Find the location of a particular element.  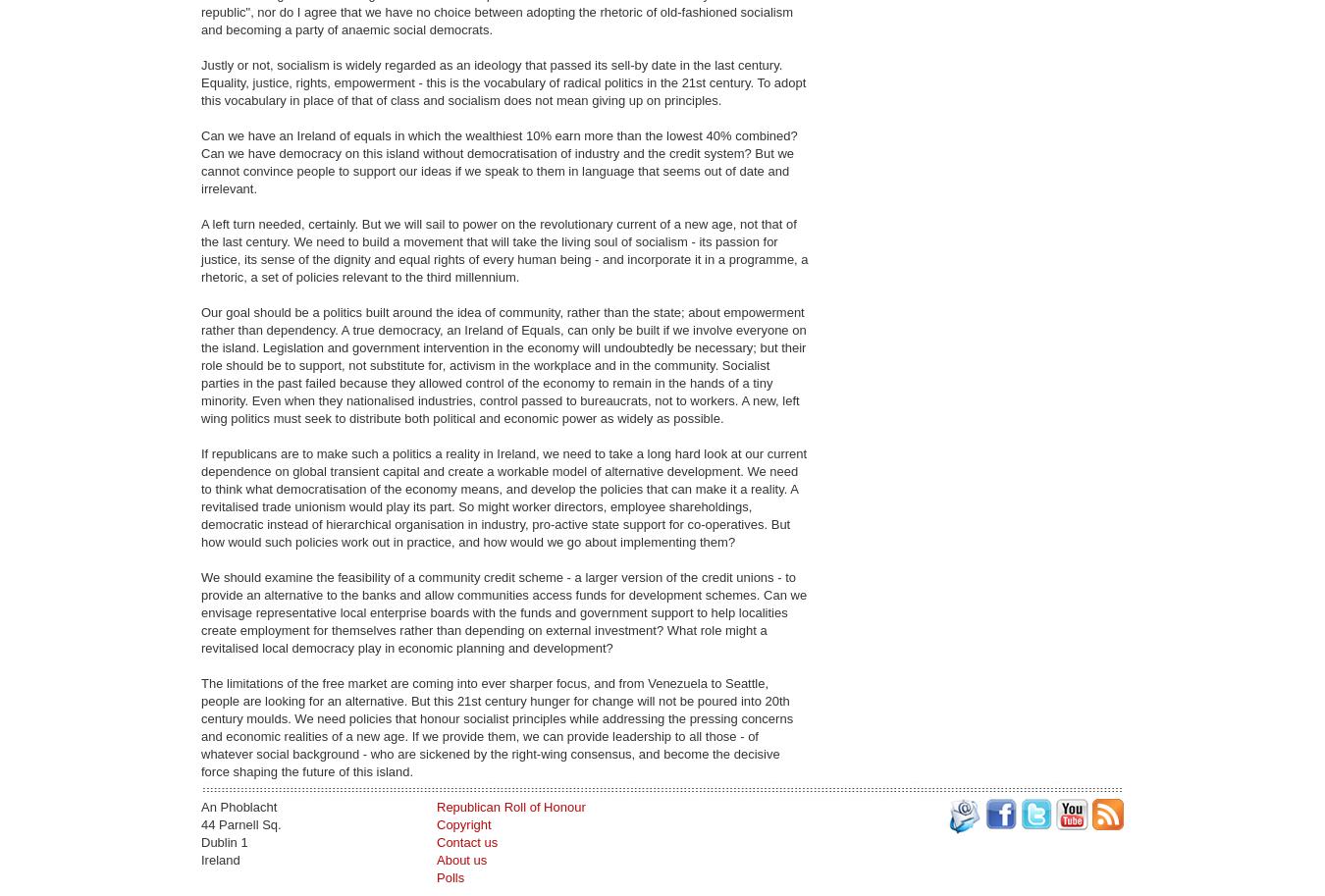

'The limitations of the free market are coming into ever sharper focus, and from Venezuela to Seattle, people are looking for an alternative. But this 21st century hunger for change will not be poured into 20th century moulds. We need policies that honour socialist principles while addressing the pressing concerns and economic realities of a new age. If we provide them, we can provide leadership to all those - of whatever social background - who are sickened by the right-wing consensus, and become the decisive force shaping the future of this island.' is located at coordinates (496, 726).